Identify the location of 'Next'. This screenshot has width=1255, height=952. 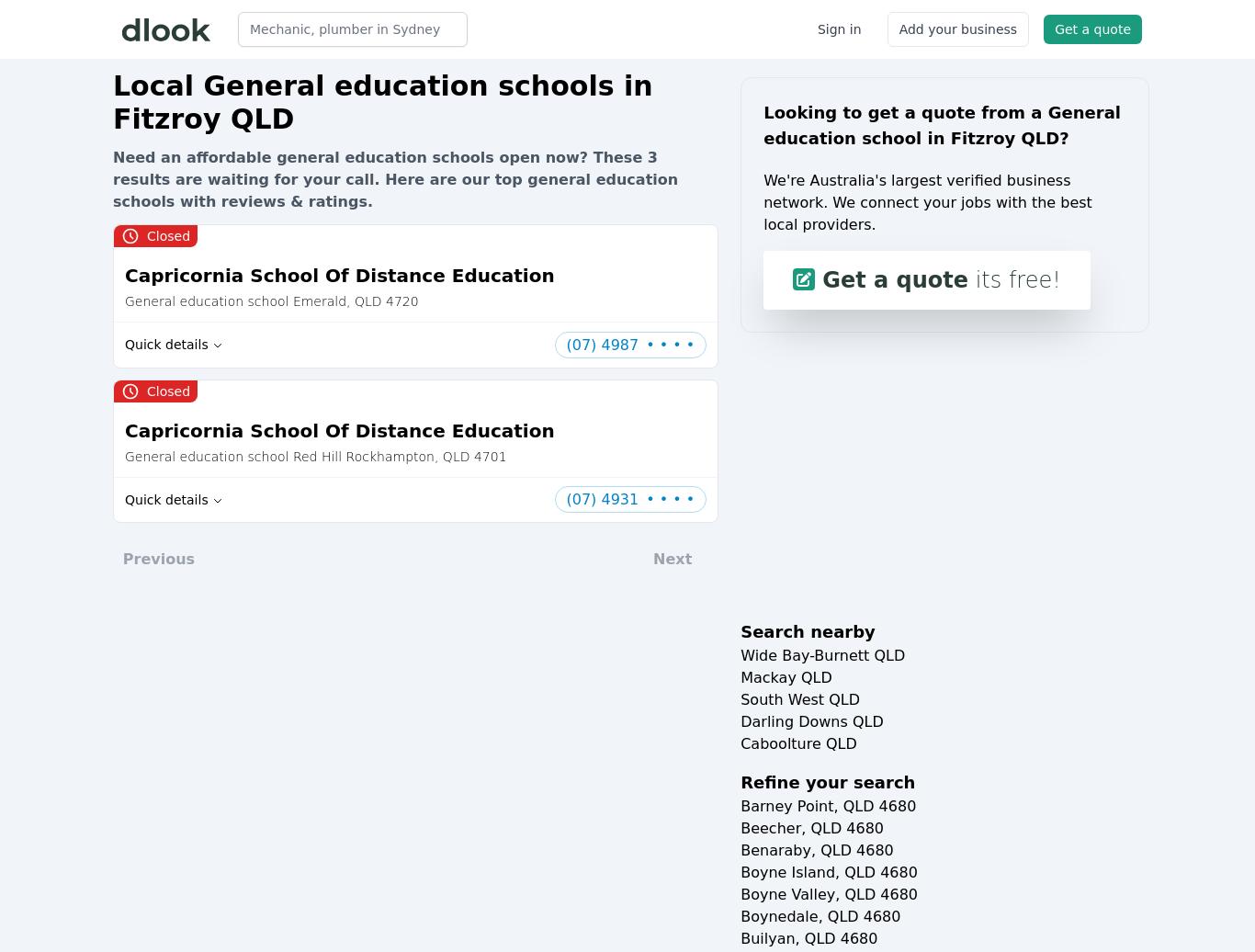
(653, 559).